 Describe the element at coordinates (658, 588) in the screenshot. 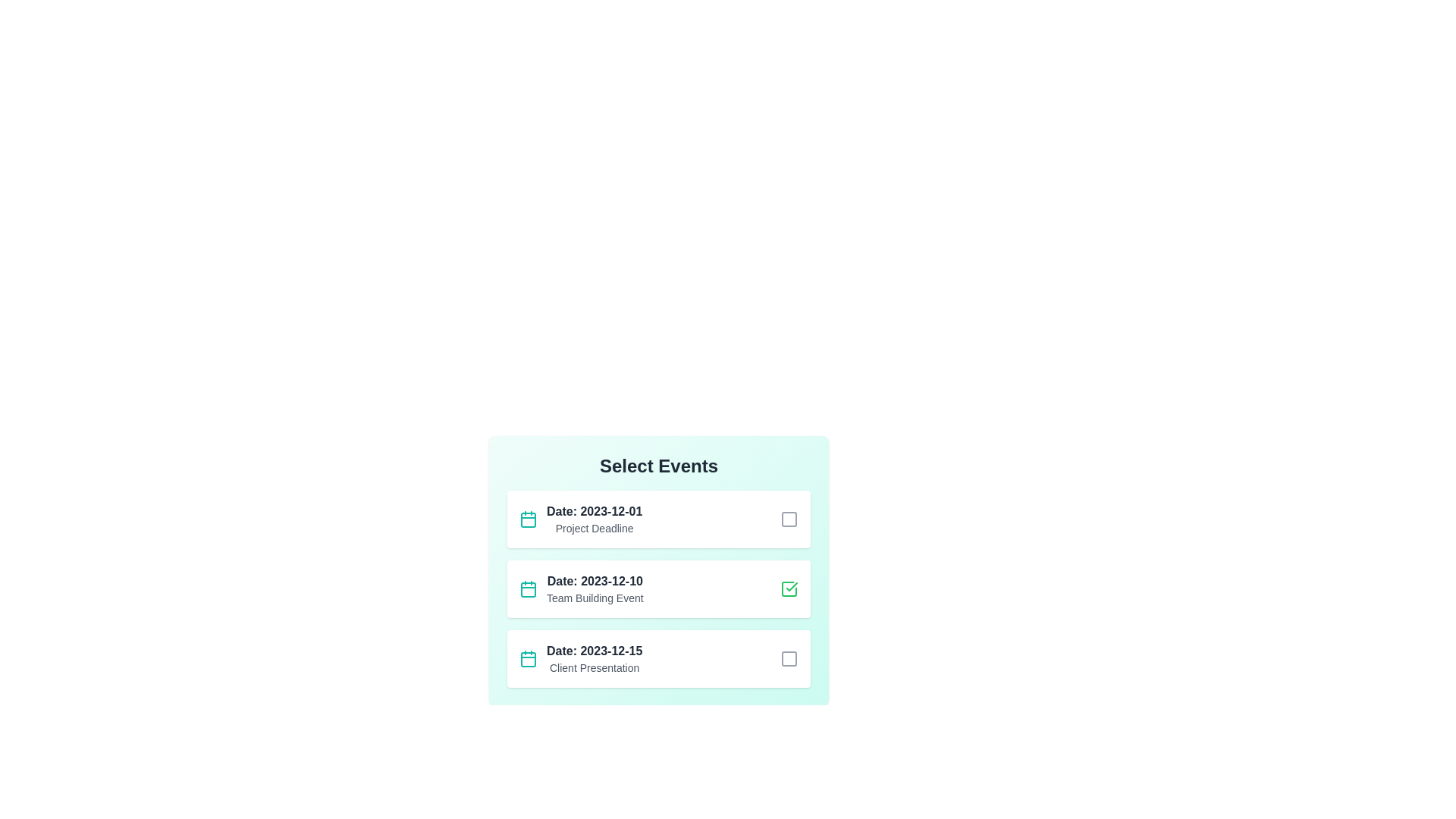

I see `the event item corresponding to 2` at that location.